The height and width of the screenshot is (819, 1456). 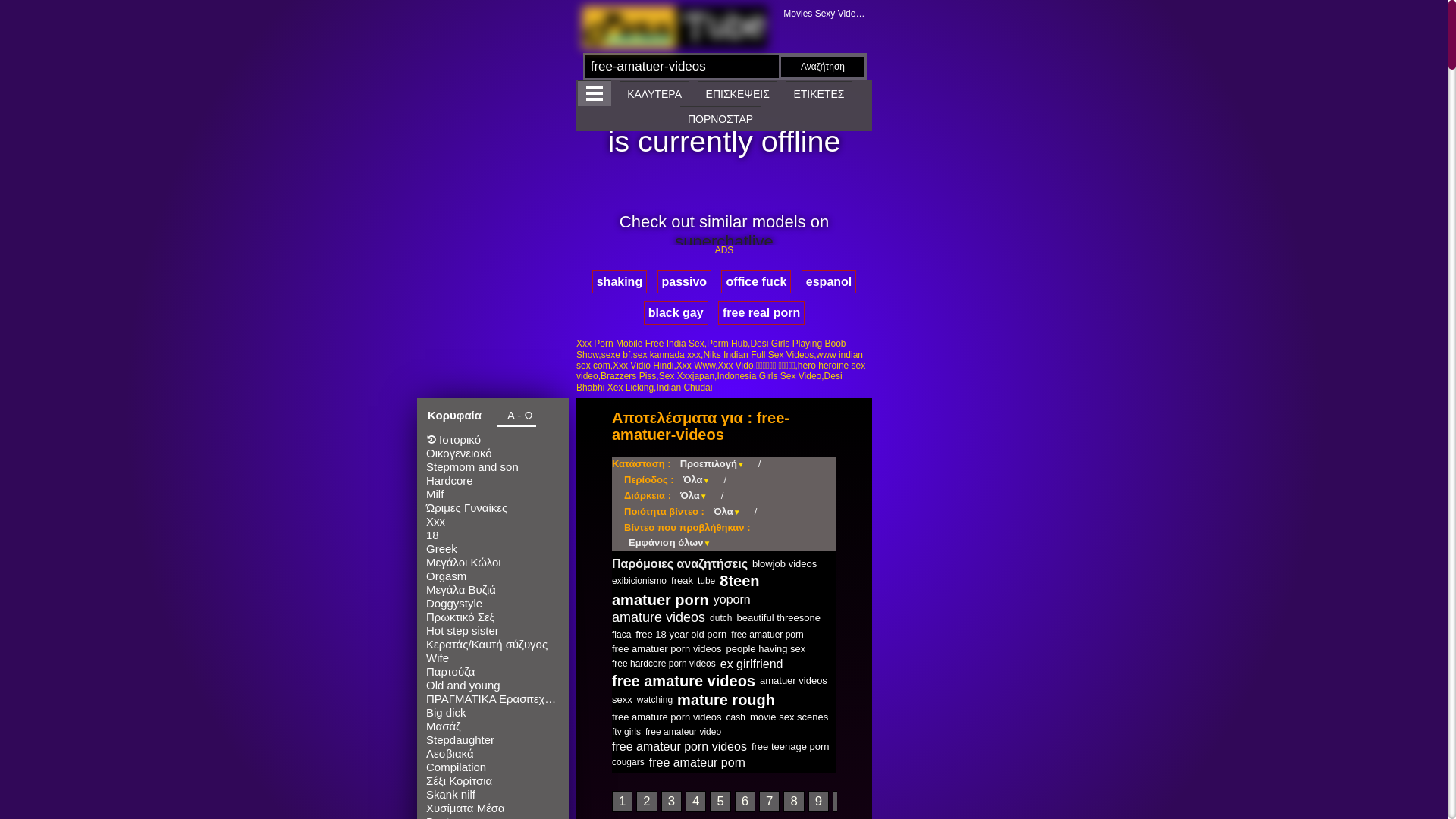 I want to click on 'free amature porn videos', so click(x=667, y=717).